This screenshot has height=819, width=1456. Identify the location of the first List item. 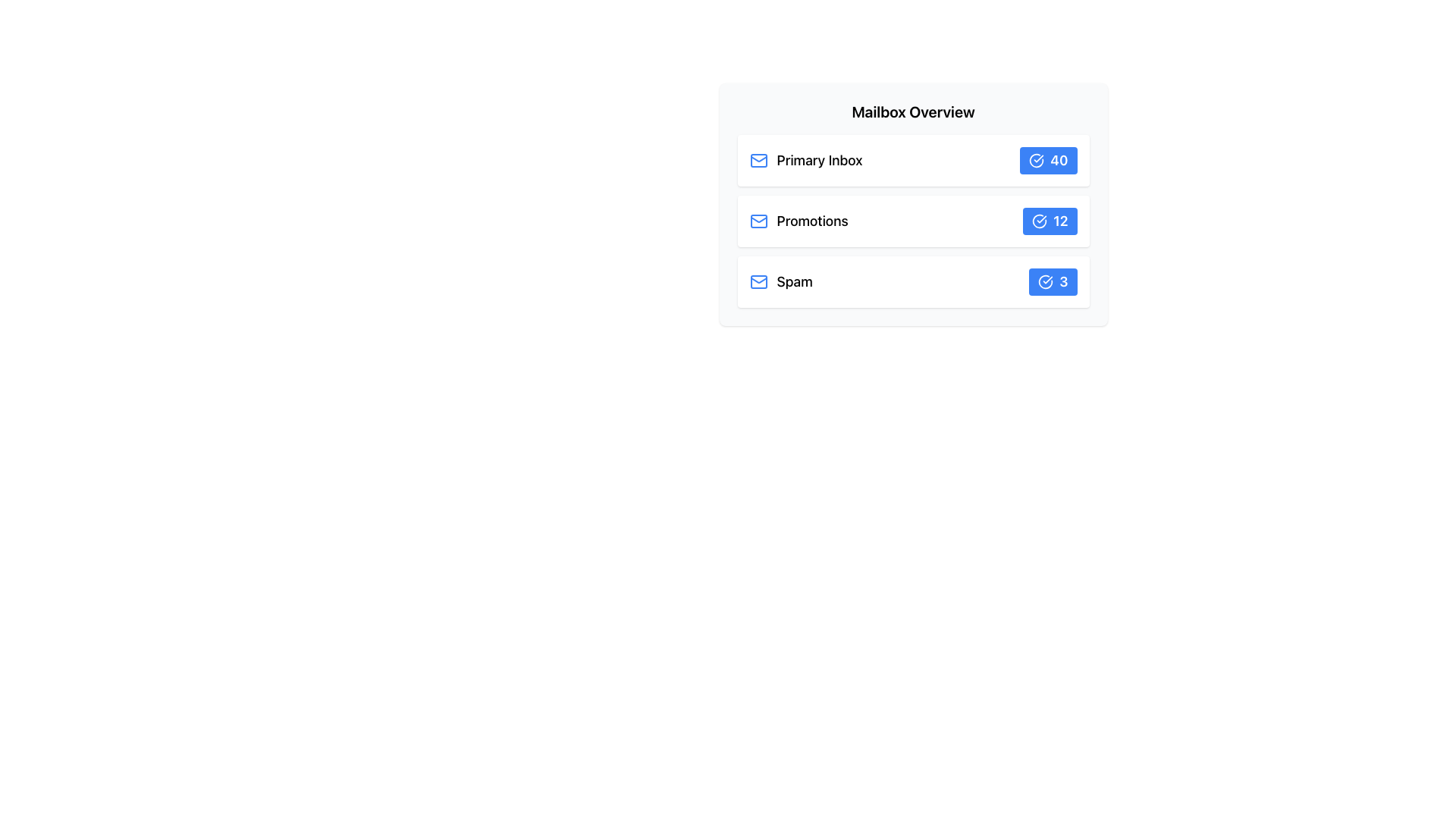
(912, 161).